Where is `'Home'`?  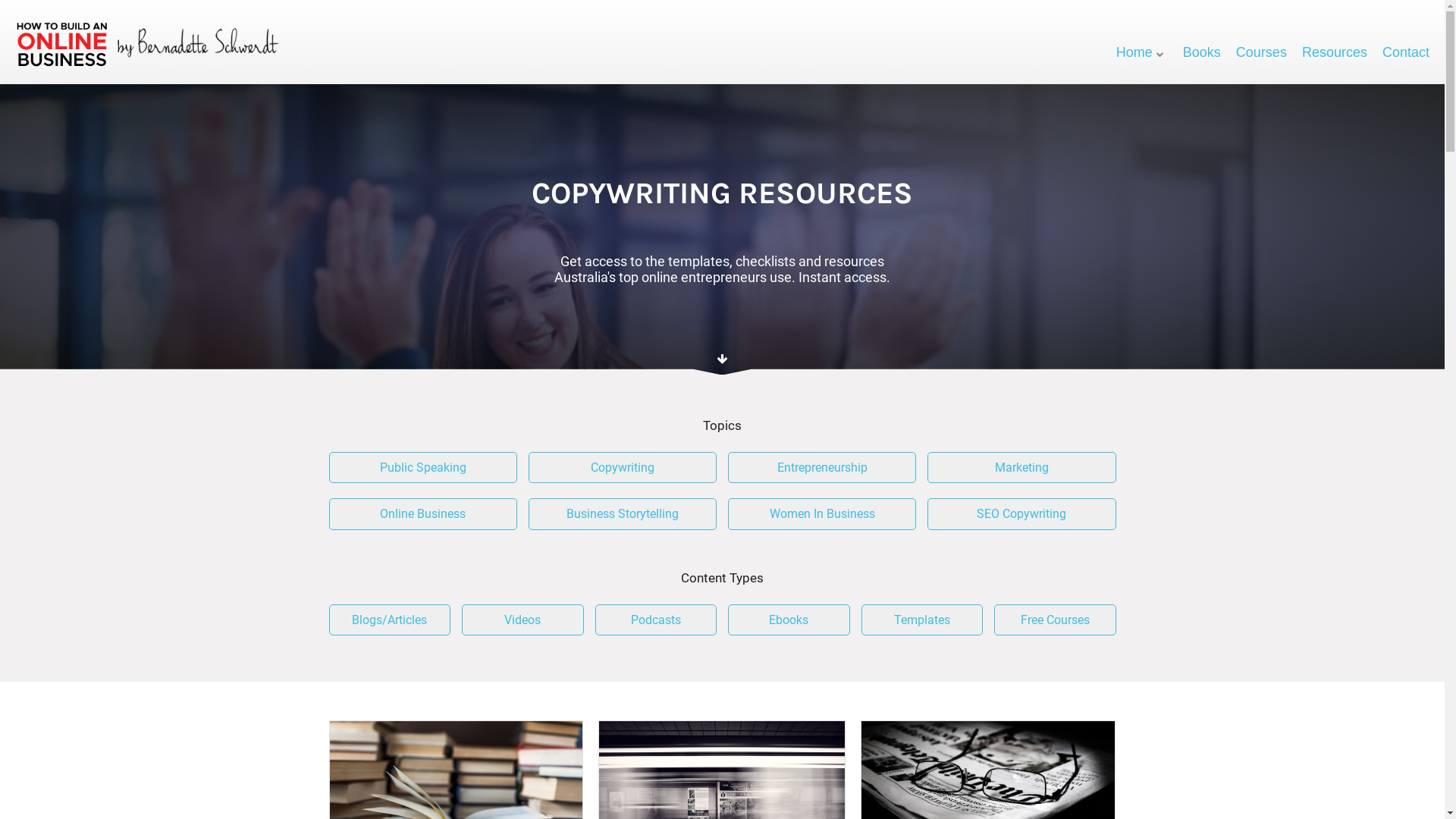
'Home' is located at coordinates (1142, 52).